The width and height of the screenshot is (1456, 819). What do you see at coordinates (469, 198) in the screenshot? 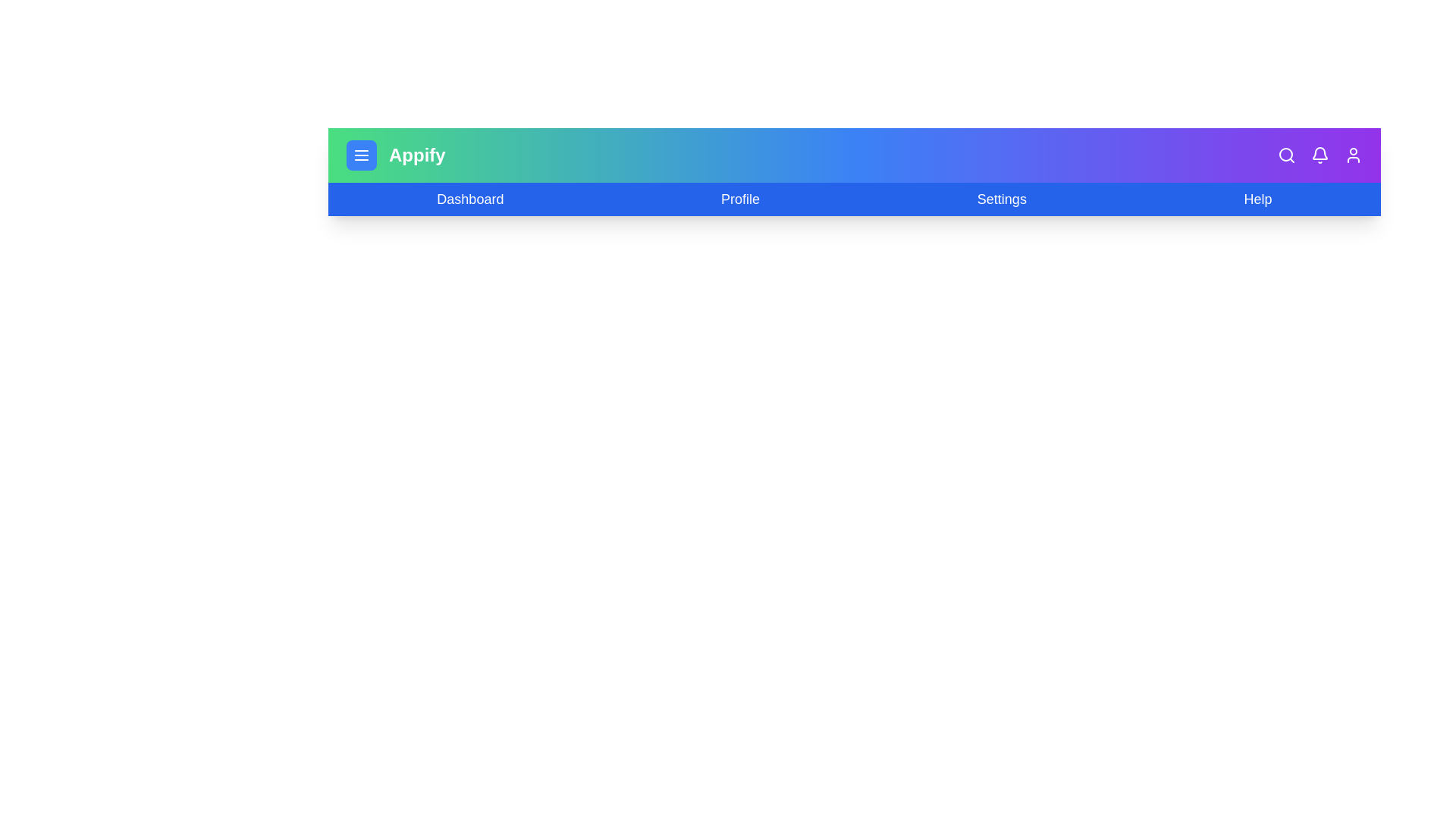
I see `the 'Dashboard' menu item` at bounding box center [469, 198].